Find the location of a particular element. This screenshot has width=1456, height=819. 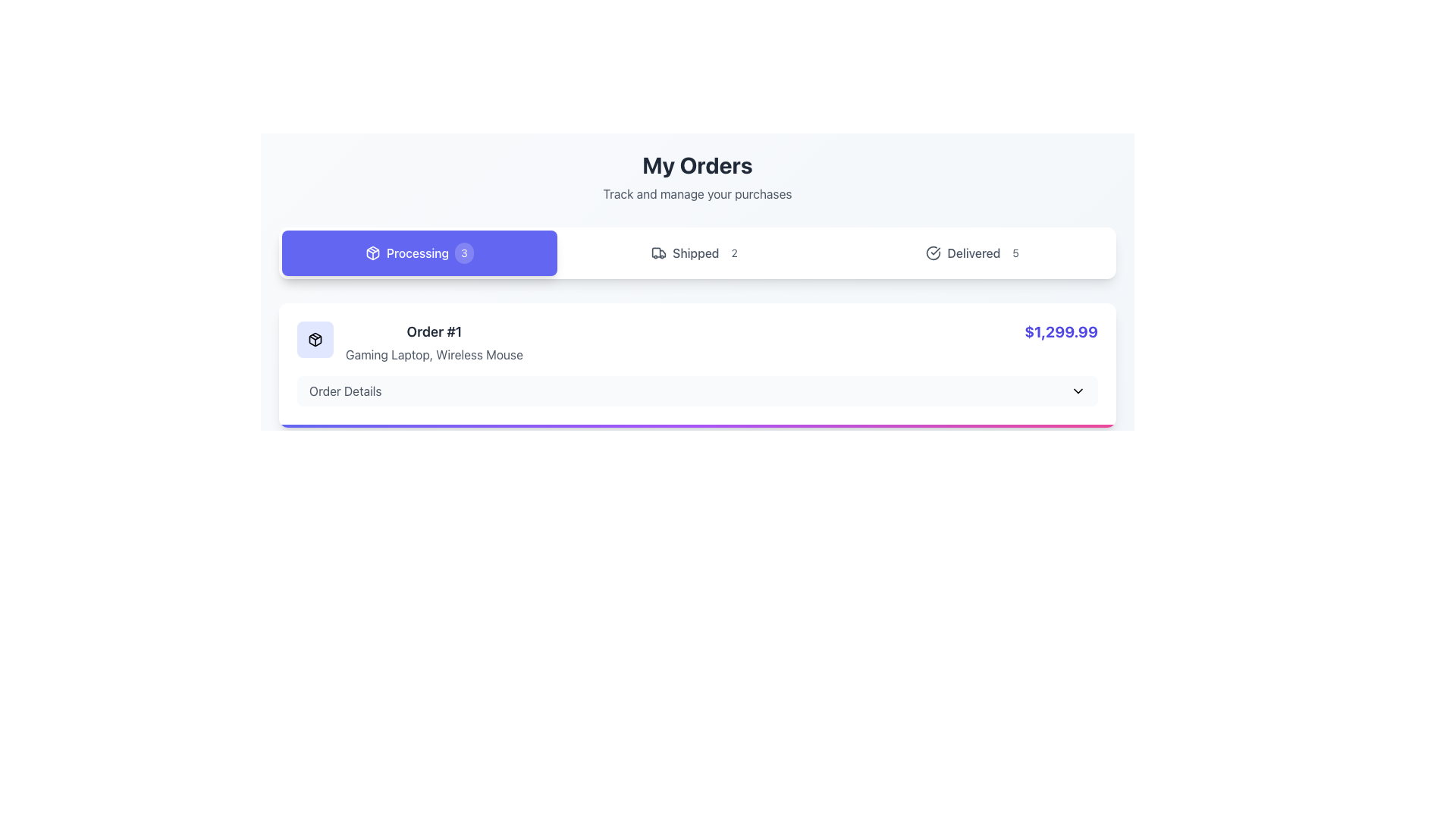

the bold-text heading displaying 'Order #1' which serves as a title for the associated order description is located at coordinates (433, 331).